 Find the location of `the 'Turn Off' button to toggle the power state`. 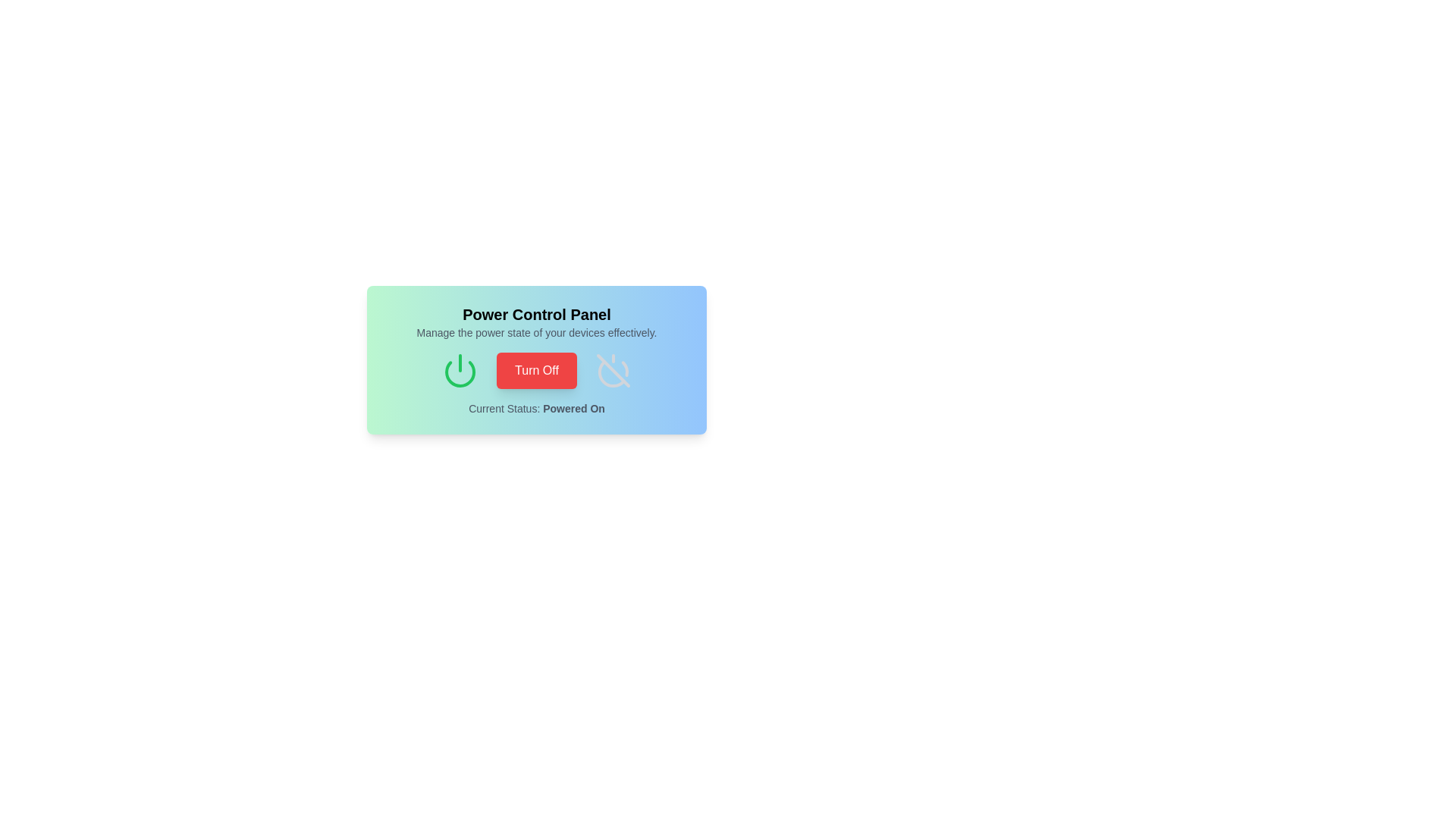

the 'Turn Off' button to toggle the power state is located at coordinates (536, 371).